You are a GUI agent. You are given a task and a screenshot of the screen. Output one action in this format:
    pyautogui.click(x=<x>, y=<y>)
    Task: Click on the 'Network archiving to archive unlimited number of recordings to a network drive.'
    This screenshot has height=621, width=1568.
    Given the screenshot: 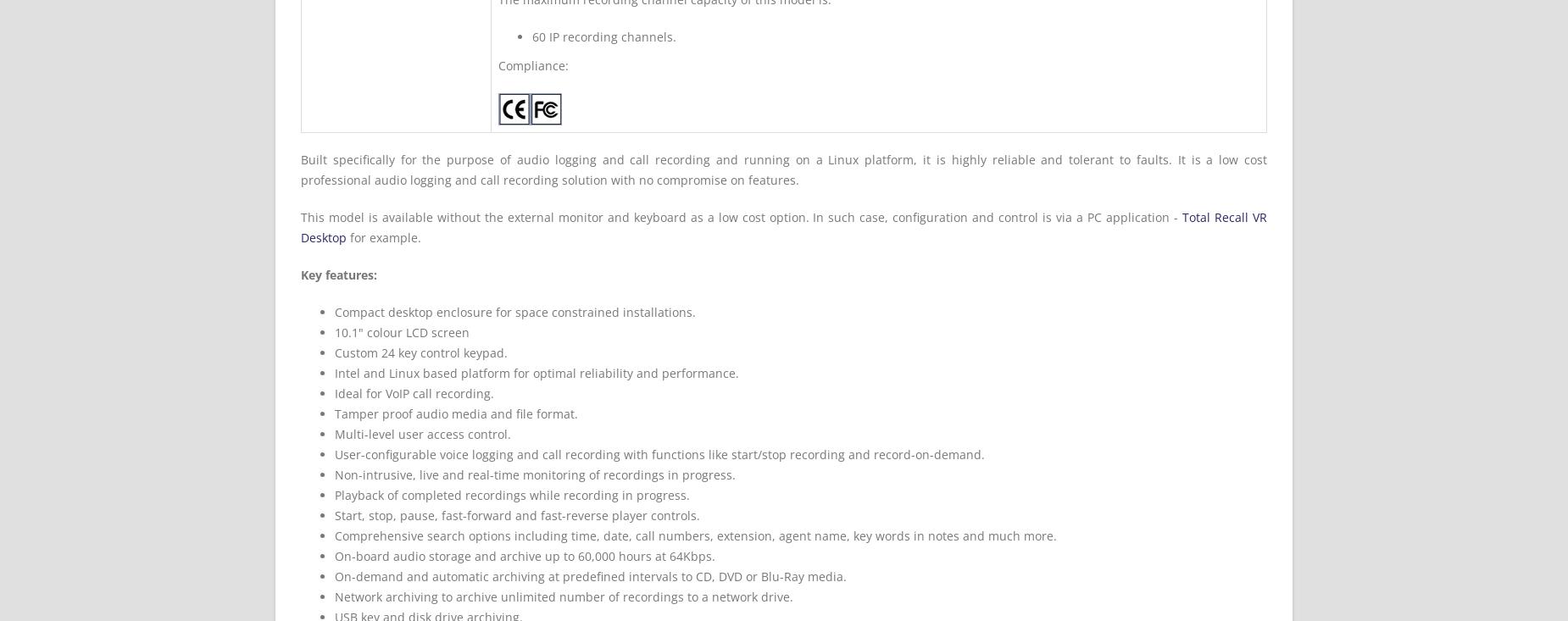 What is the action you would take?
    pyautogui.click(x=564, y=596)
    